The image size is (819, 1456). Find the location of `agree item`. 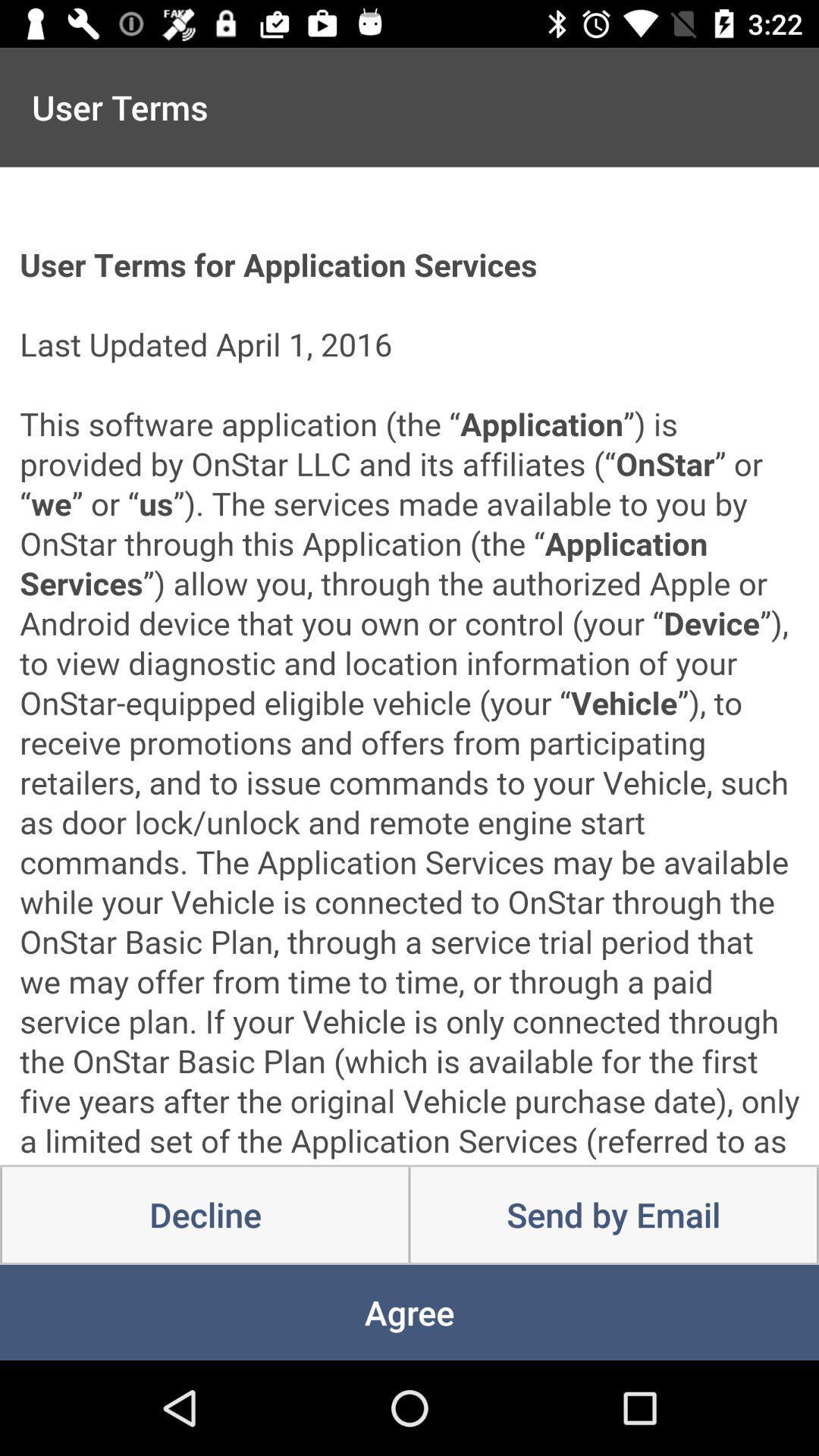

agree item is located at coordinates (409, 1312).